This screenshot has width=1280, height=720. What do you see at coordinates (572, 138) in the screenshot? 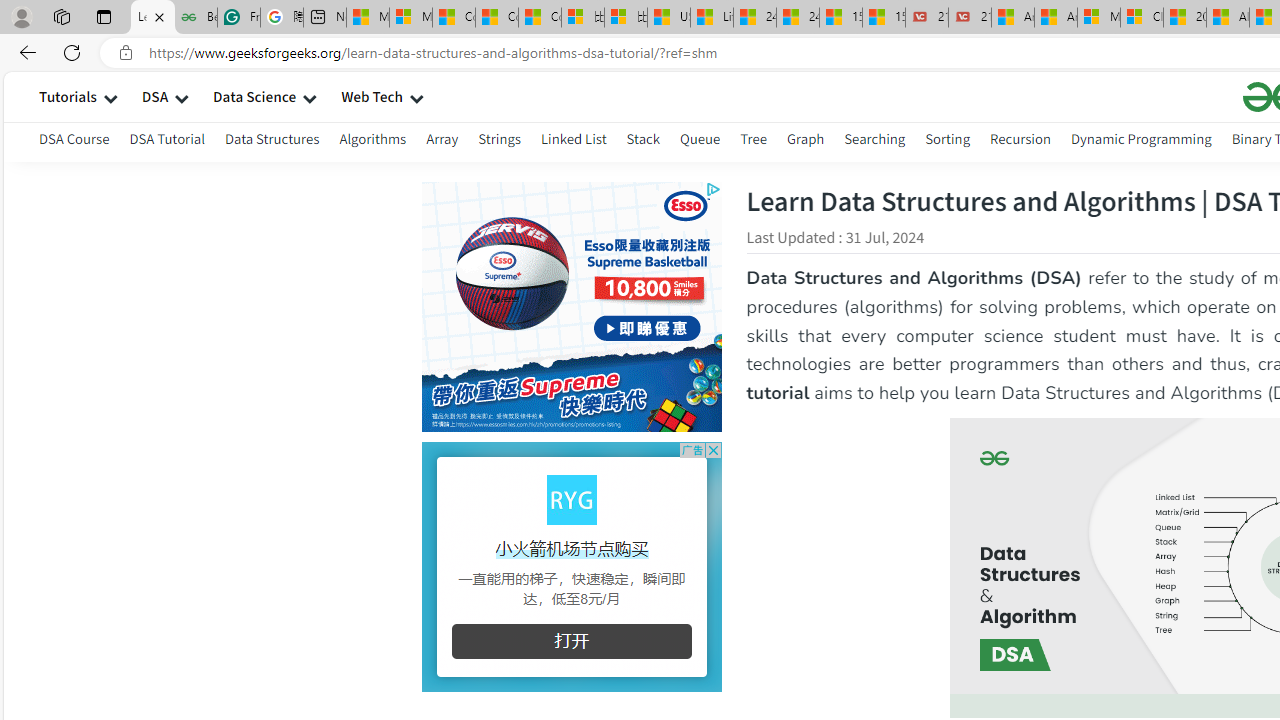
I see `'Linked List'` at bounding box center [572, 138].